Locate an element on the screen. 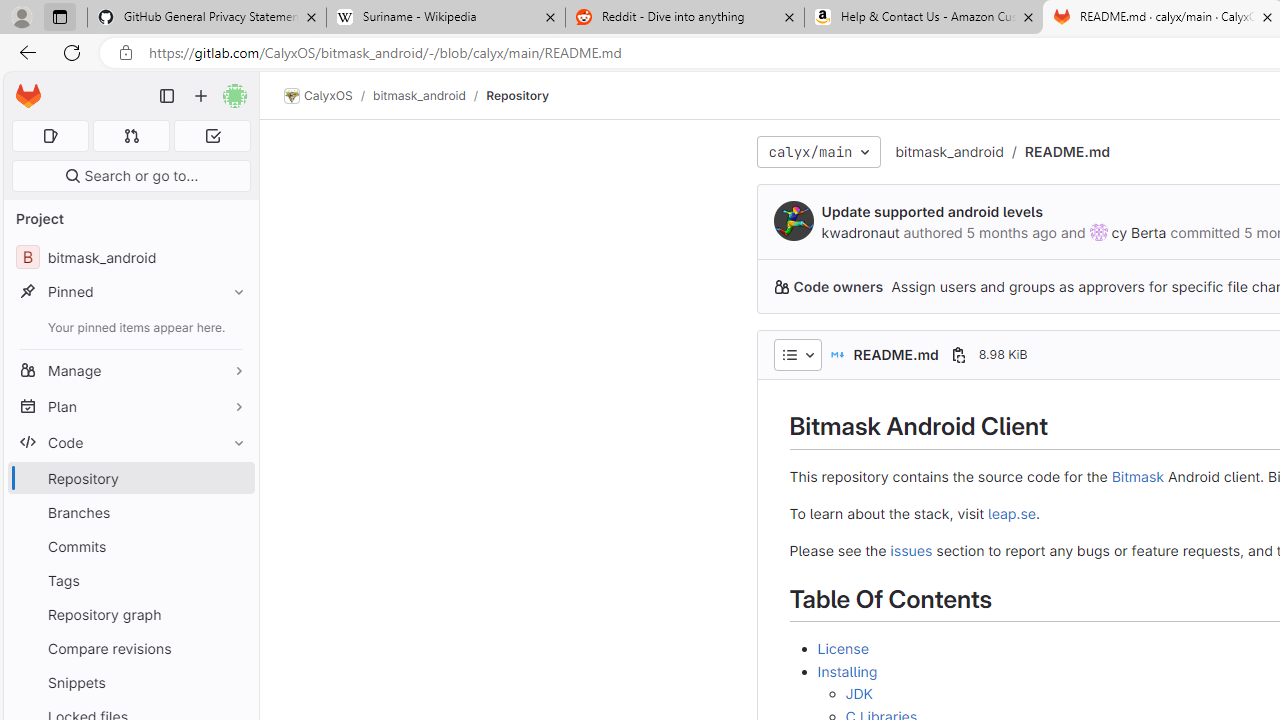 This screenshot has width=1280, height=720. 'Pin Repository' is located at coordinates (234, 478).